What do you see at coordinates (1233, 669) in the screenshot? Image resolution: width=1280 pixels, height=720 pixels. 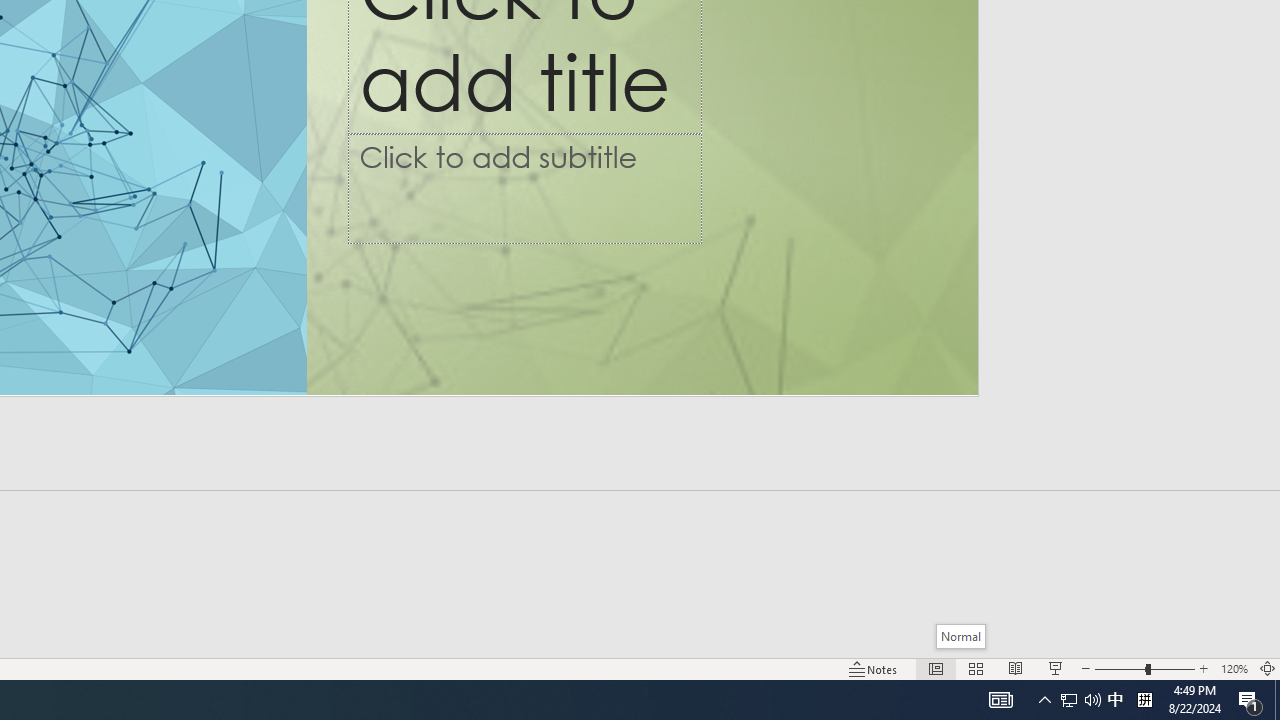 I see `'Zoom 120%'` at bounding box center [1233, 669].